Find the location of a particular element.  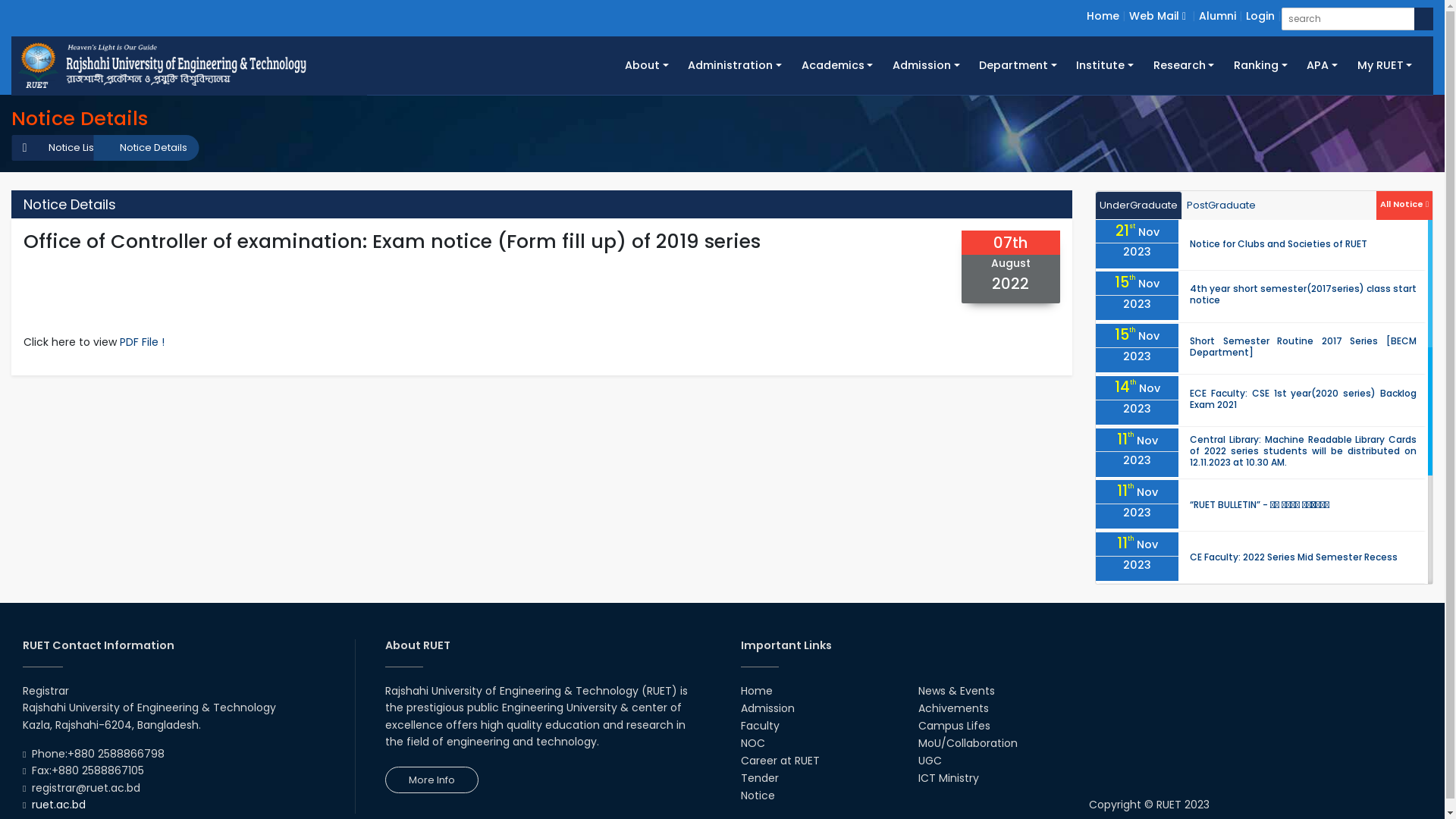

'Notice List' is located at coordinates (64, 148).